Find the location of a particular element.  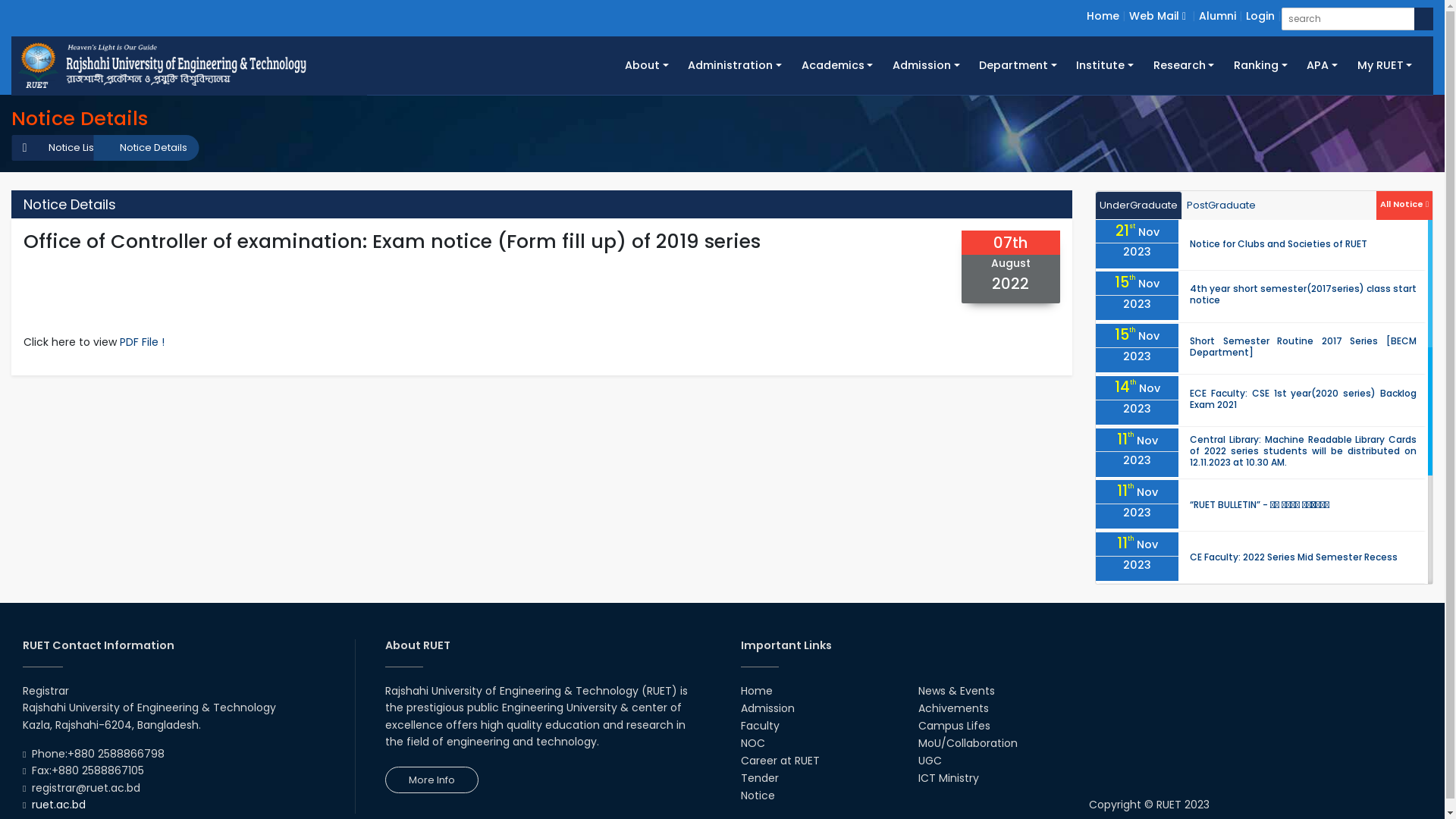

'Notice List' is located at coordinates (64, 148).